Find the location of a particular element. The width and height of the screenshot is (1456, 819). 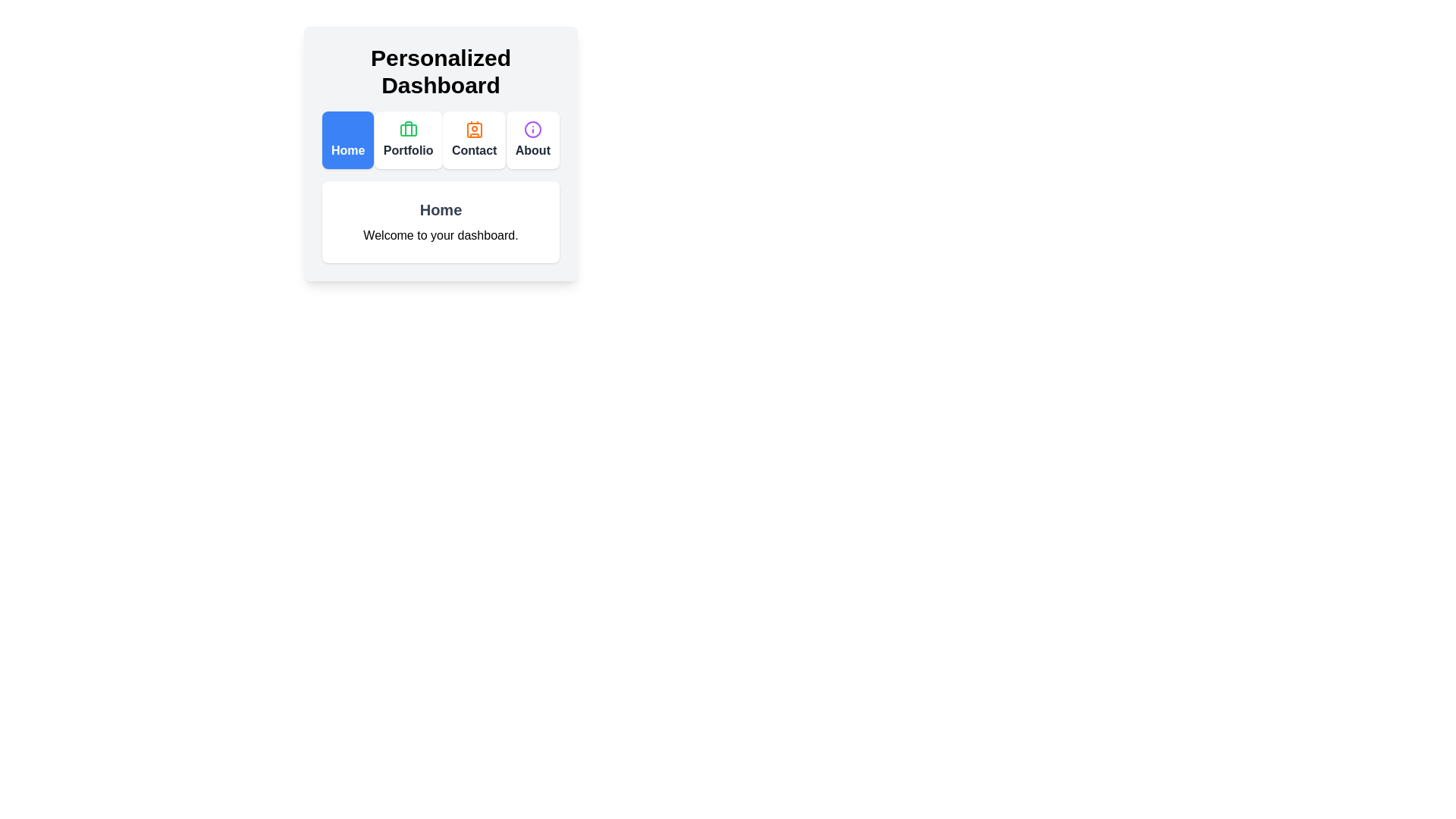

the tab labeled Portfolio is located at coordinates (408, 140).